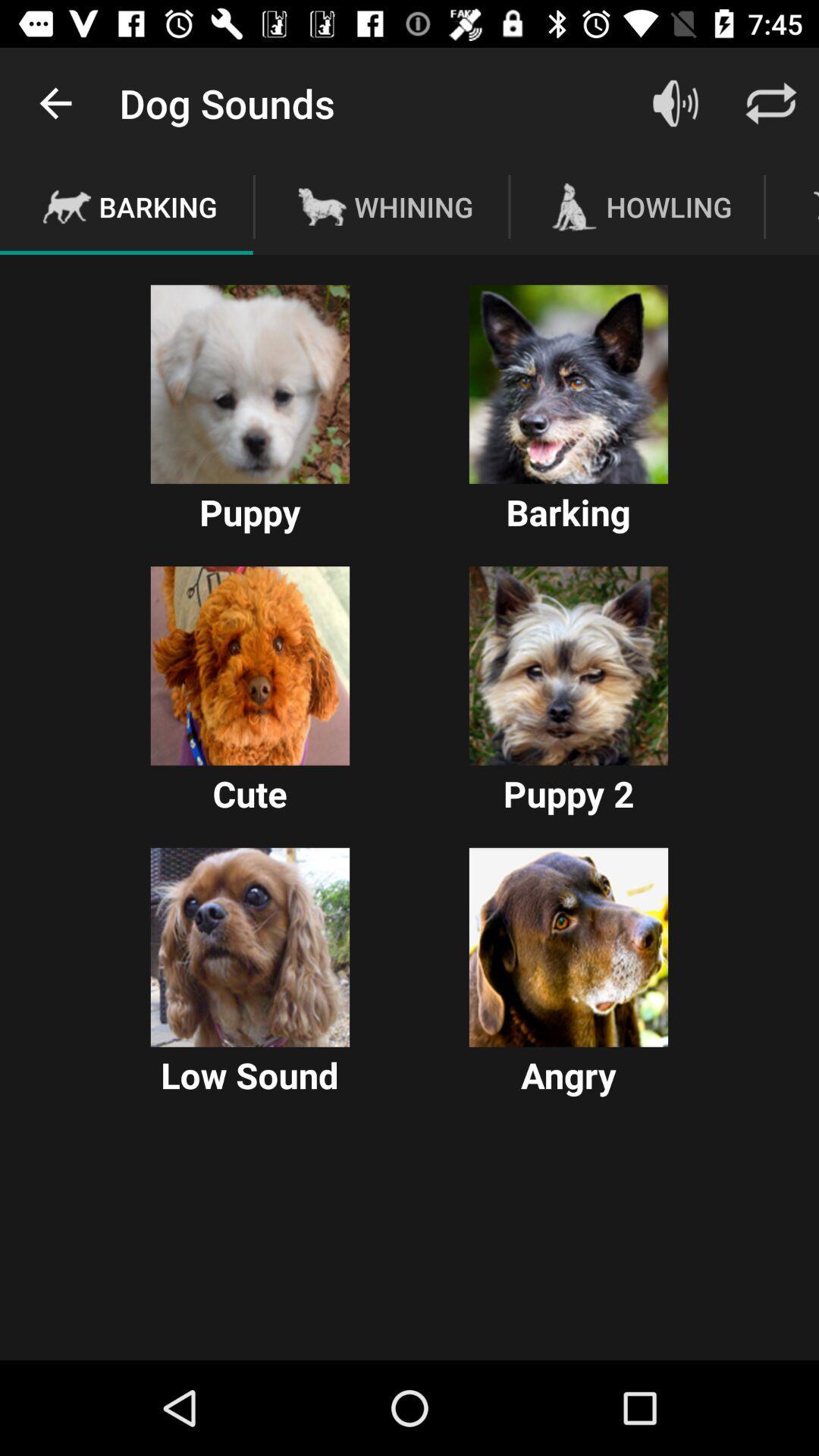 This screenshot has width=819, height=1456. I want to click on switch autoplay, so click(249, 946).